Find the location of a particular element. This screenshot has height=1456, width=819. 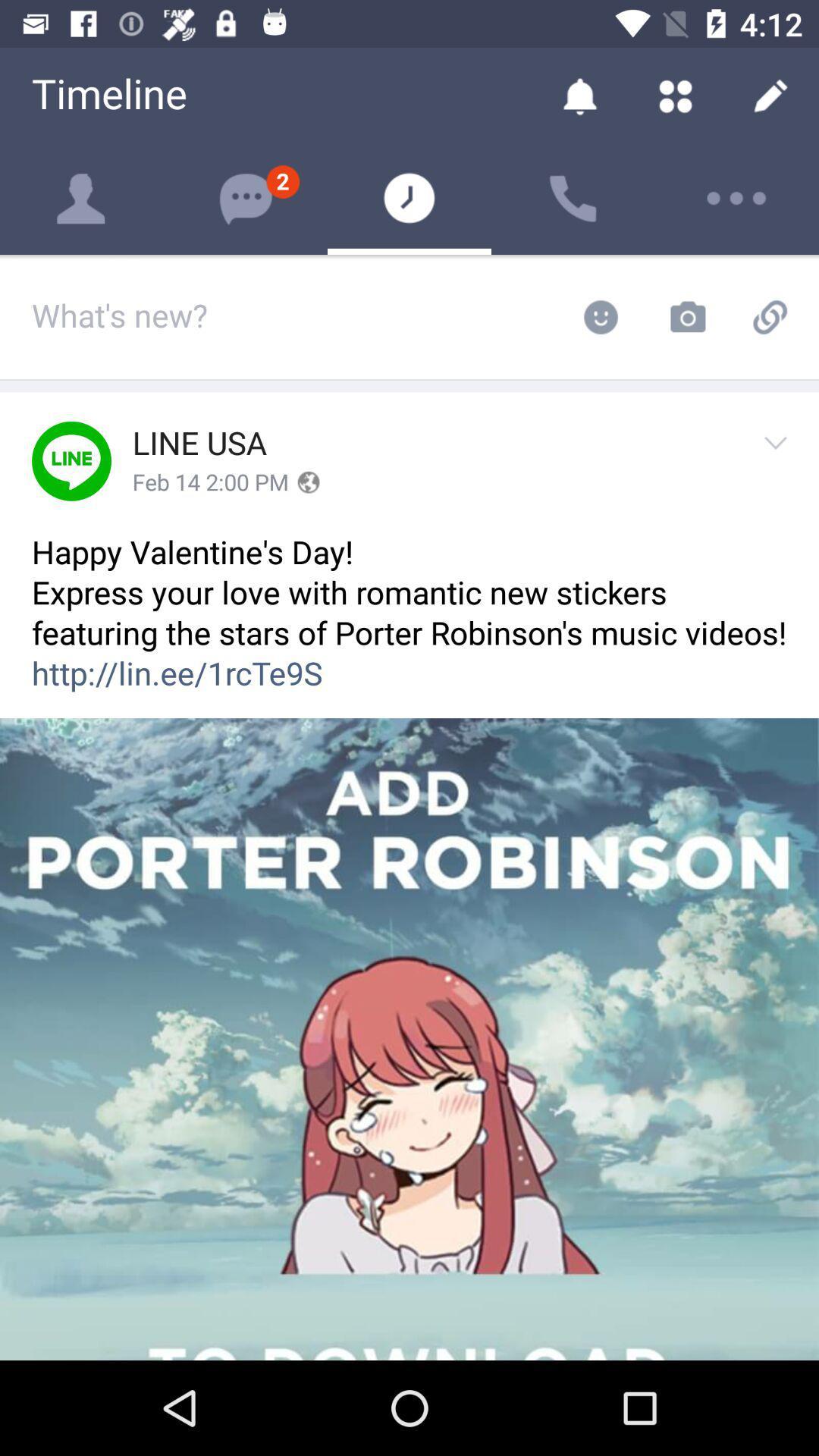

the avatar icon is located at coordinates (82, 198).